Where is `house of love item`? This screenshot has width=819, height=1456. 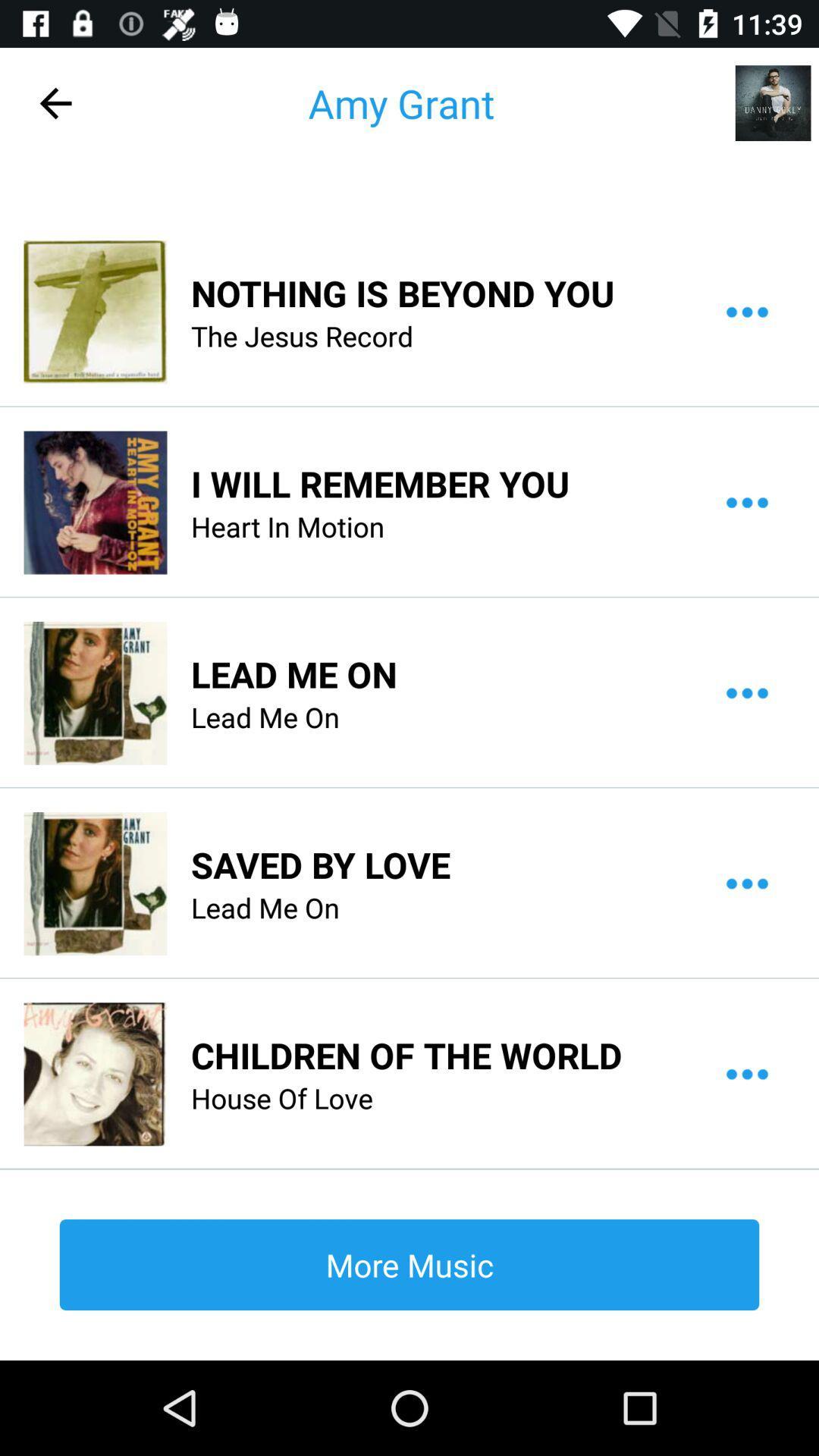 house of love item is located at coordinates (281, 1098).